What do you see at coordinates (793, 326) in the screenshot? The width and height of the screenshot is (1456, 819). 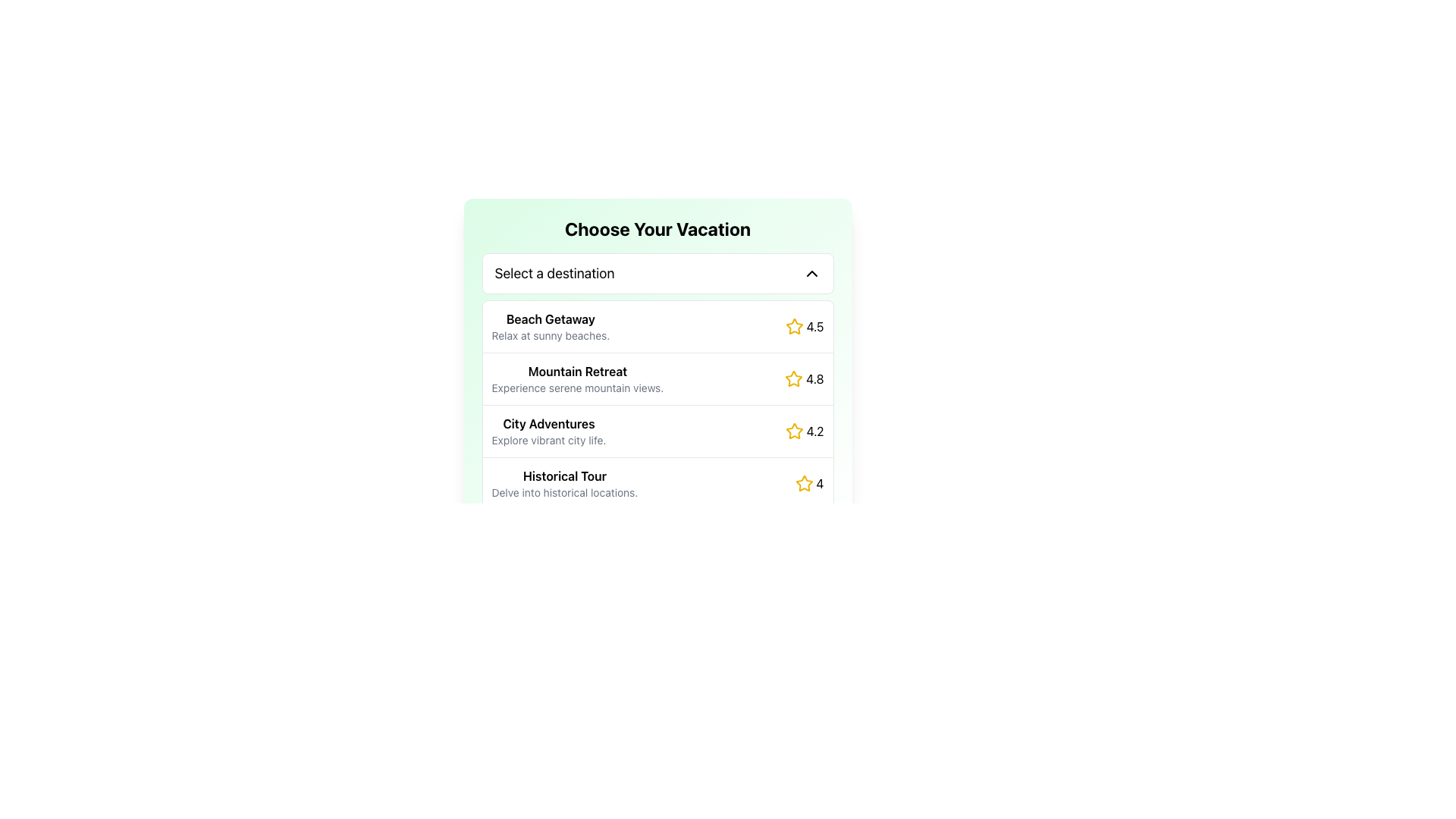 I see `the star icon, which is a golden yellow outline, located to the left of the text '4.5' in the 'Beach Getaway' section of the interface` at bounding box center [793, 326].